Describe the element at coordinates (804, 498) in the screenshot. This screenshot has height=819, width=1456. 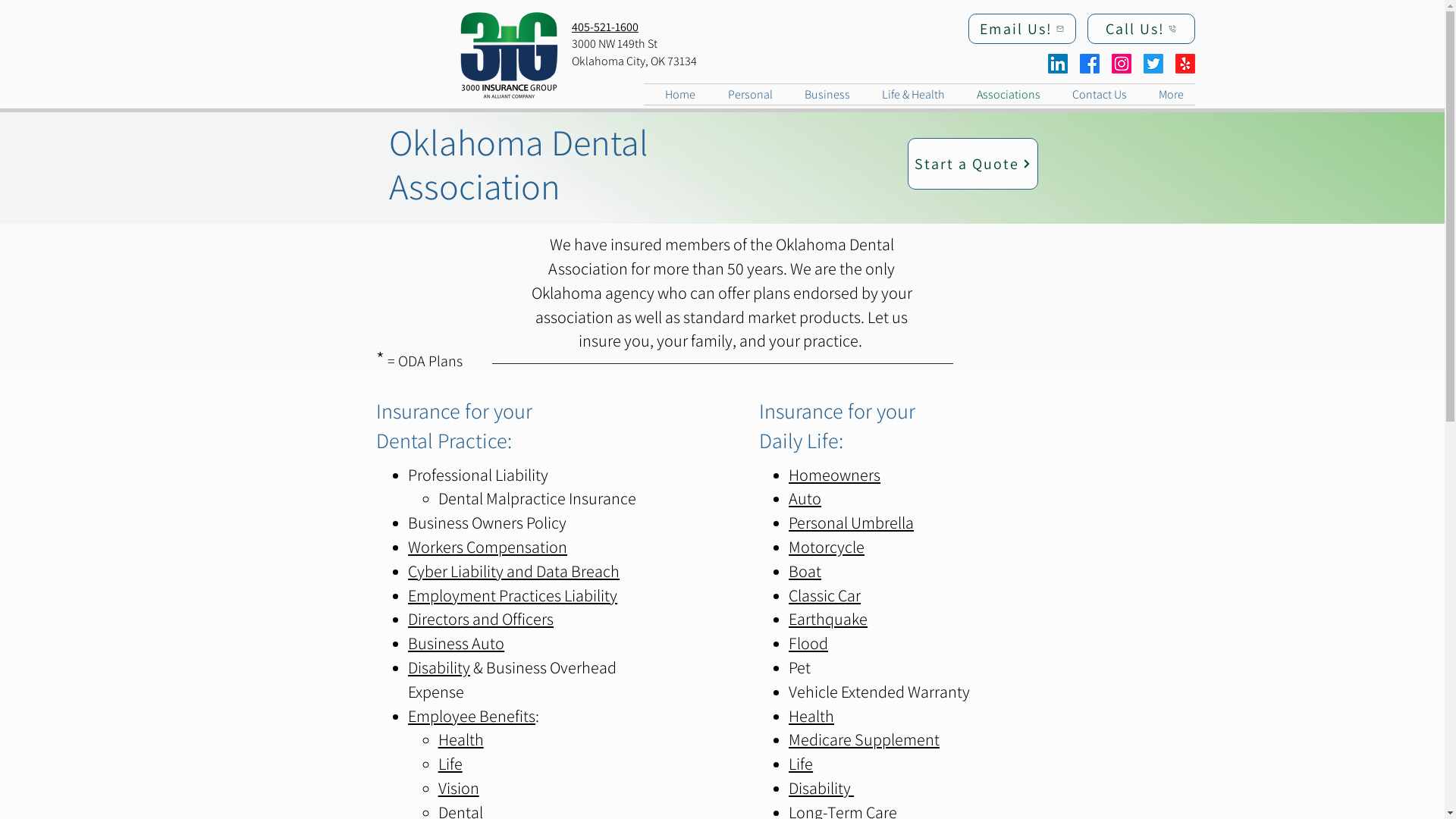
I see `'Auto'` at that location.